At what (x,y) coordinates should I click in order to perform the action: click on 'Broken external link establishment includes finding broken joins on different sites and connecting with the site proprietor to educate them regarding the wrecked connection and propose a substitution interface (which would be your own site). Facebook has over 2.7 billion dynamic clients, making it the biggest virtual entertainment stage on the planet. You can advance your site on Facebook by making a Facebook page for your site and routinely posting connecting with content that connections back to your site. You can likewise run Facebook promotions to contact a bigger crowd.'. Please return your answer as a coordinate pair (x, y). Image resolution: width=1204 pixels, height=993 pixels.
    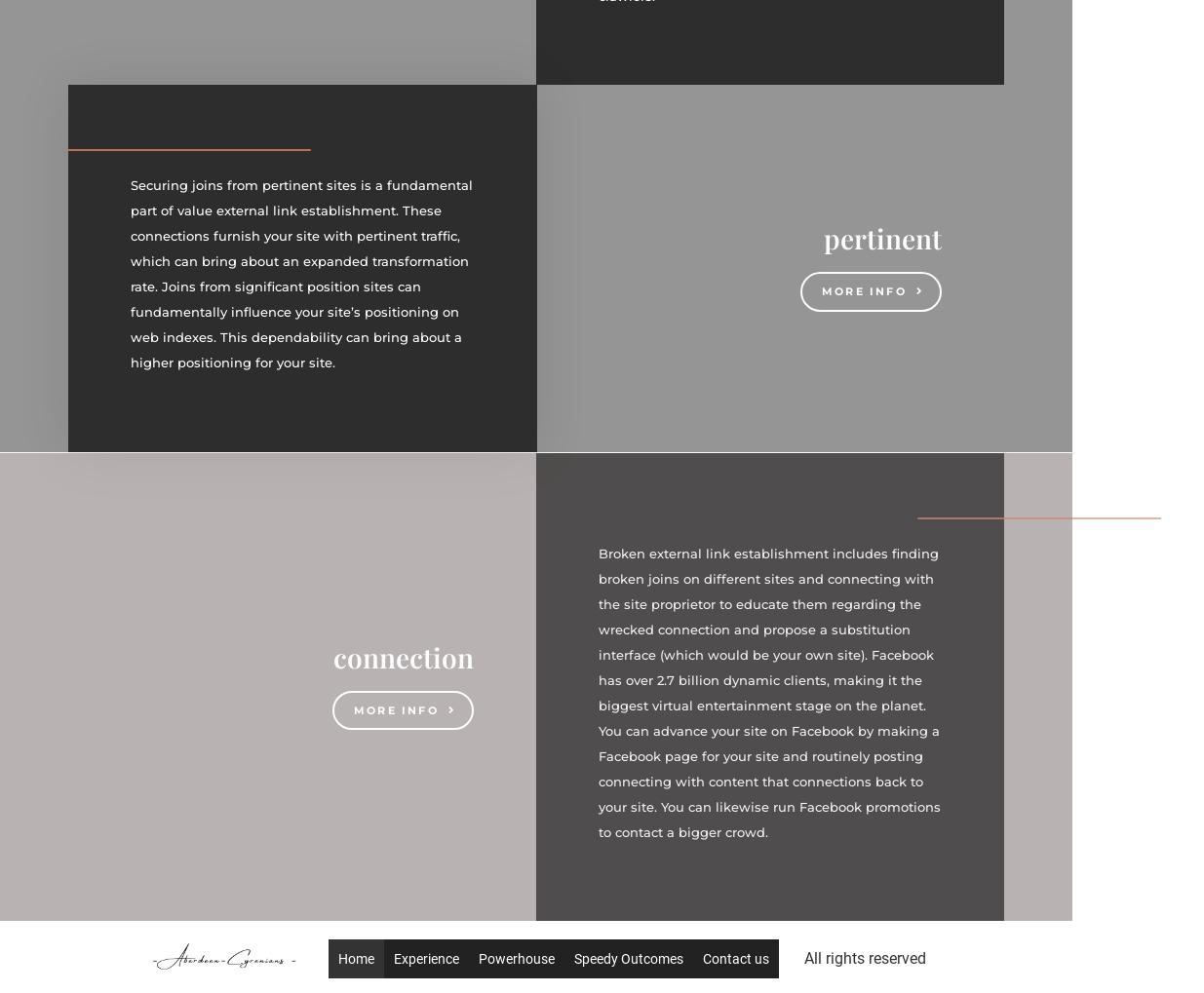
    Looking at the image, I should click on (769, 692).